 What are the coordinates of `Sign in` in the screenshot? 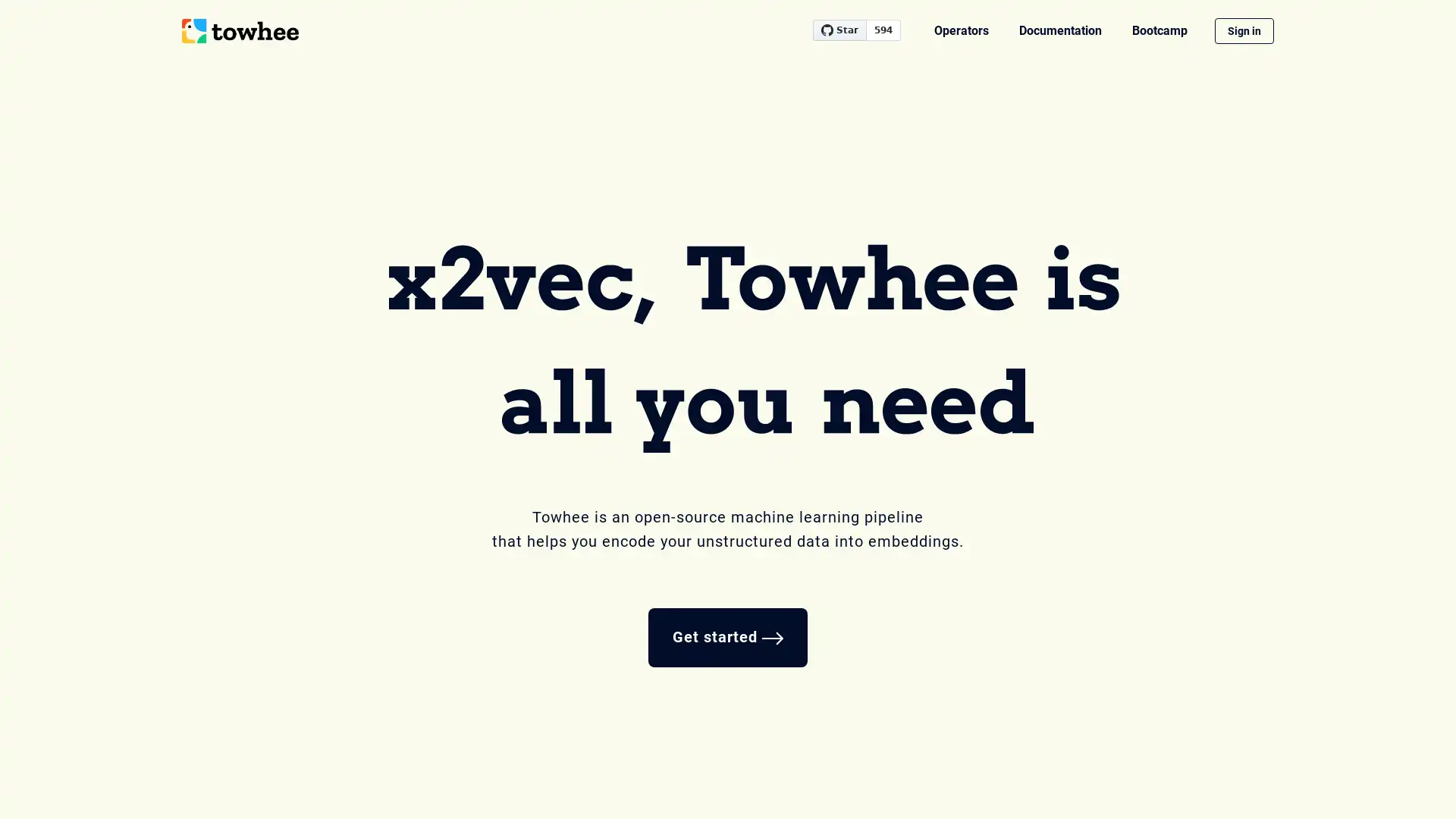 It's located at (1244, 31).